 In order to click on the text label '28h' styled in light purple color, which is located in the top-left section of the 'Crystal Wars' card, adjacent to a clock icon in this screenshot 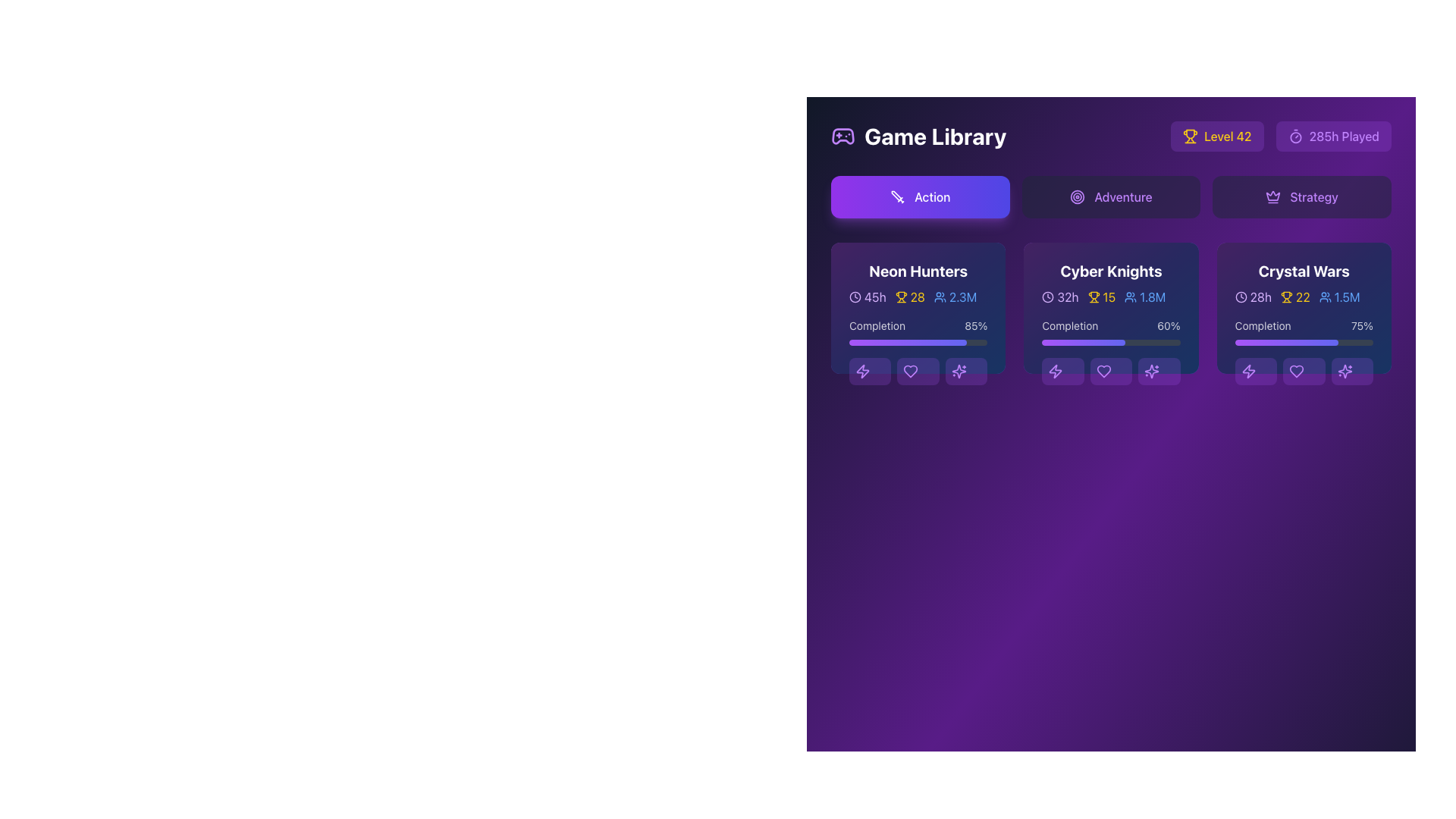, I will do `click(1260, 297)`.